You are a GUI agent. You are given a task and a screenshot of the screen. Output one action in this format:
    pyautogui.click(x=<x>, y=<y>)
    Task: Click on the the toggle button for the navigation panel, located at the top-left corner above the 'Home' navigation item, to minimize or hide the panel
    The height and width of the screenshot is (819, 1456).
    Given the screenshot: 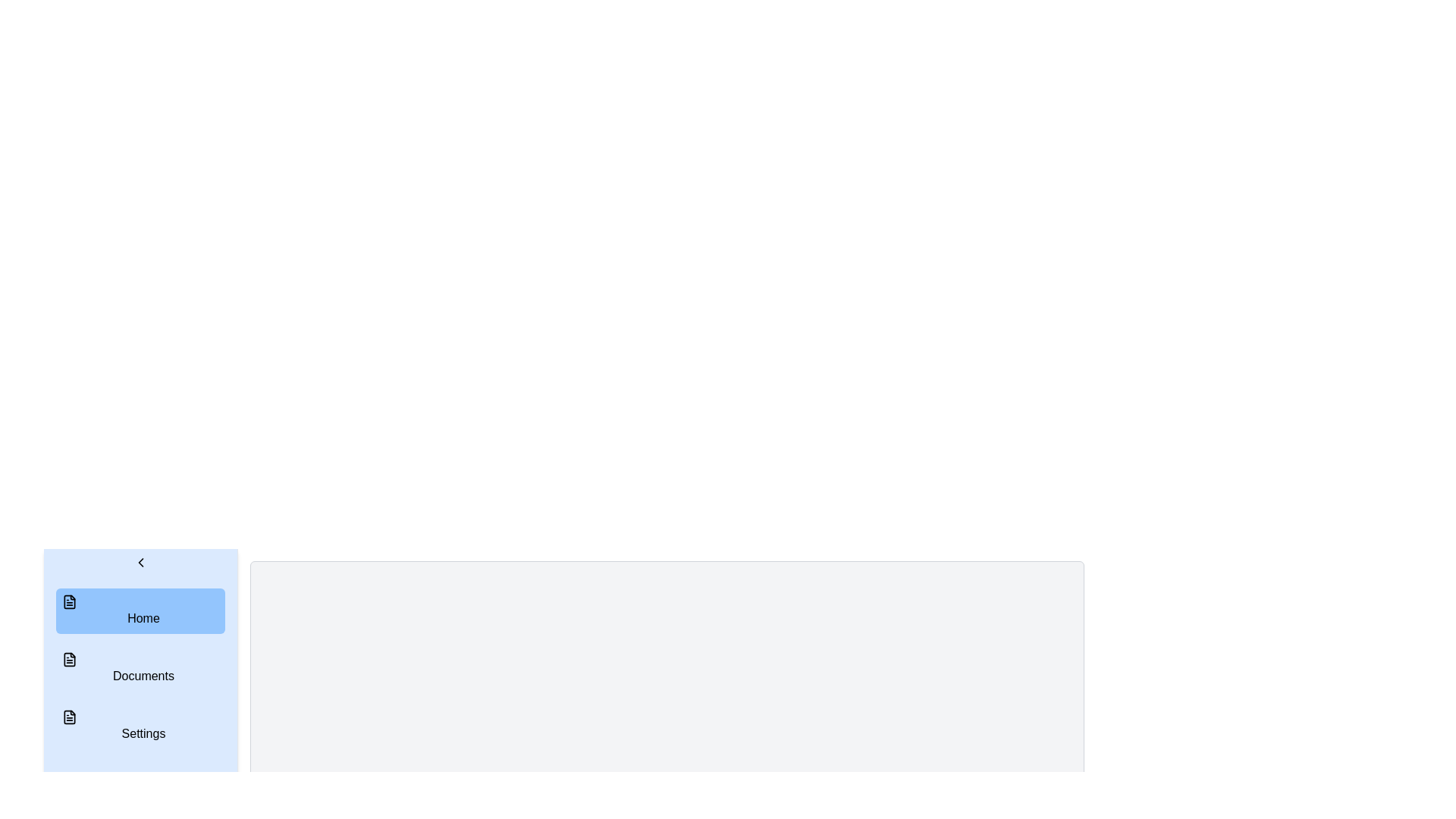 What is the action you would take?
    pyautogui.click(x=140, y=562)
    